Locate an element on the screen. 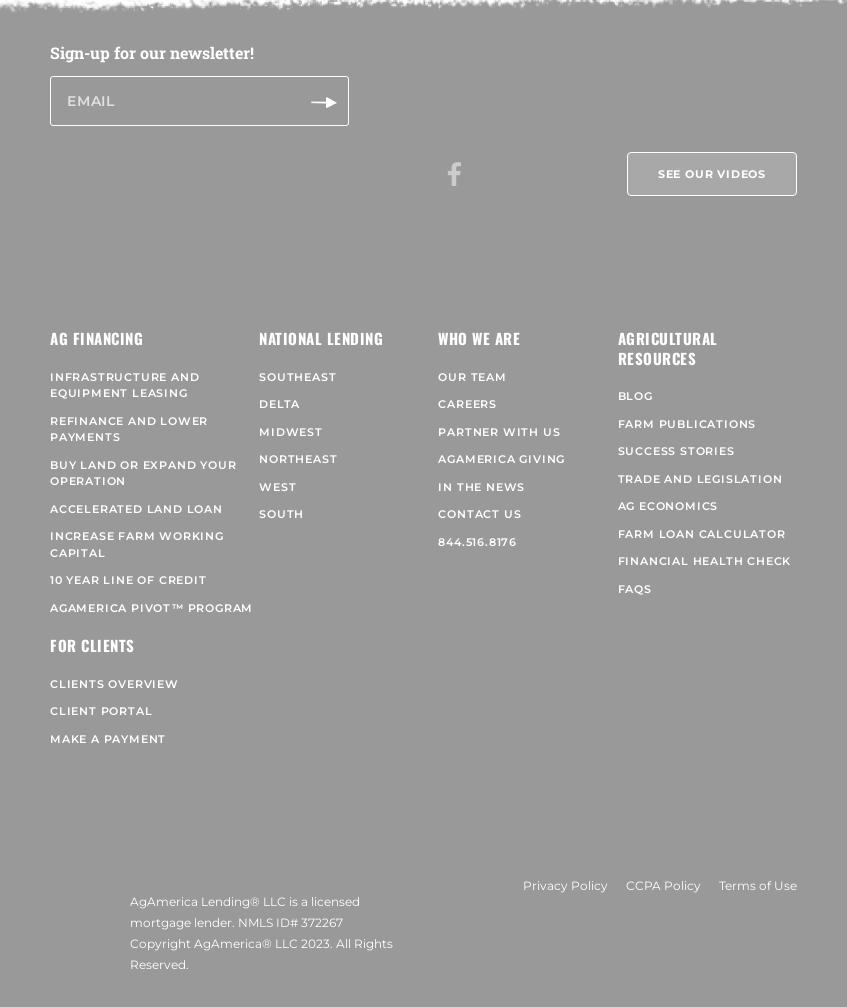 The width and height of the screenshot is (847, 1007). 'Ag Economics' is located at coordinates (667, 494).